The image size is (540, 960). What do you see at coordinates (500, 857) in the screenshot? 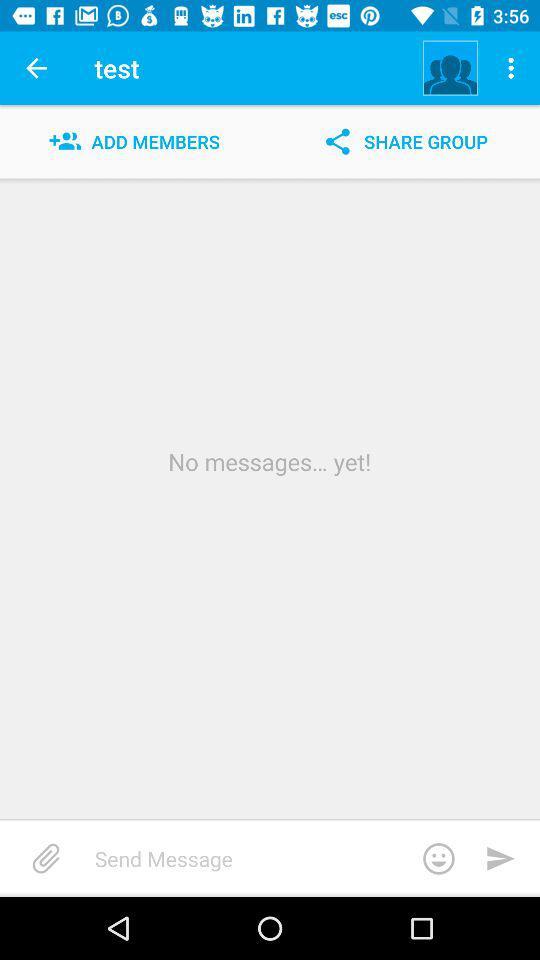
I see `the send icon` at bounding box center [500, 857].